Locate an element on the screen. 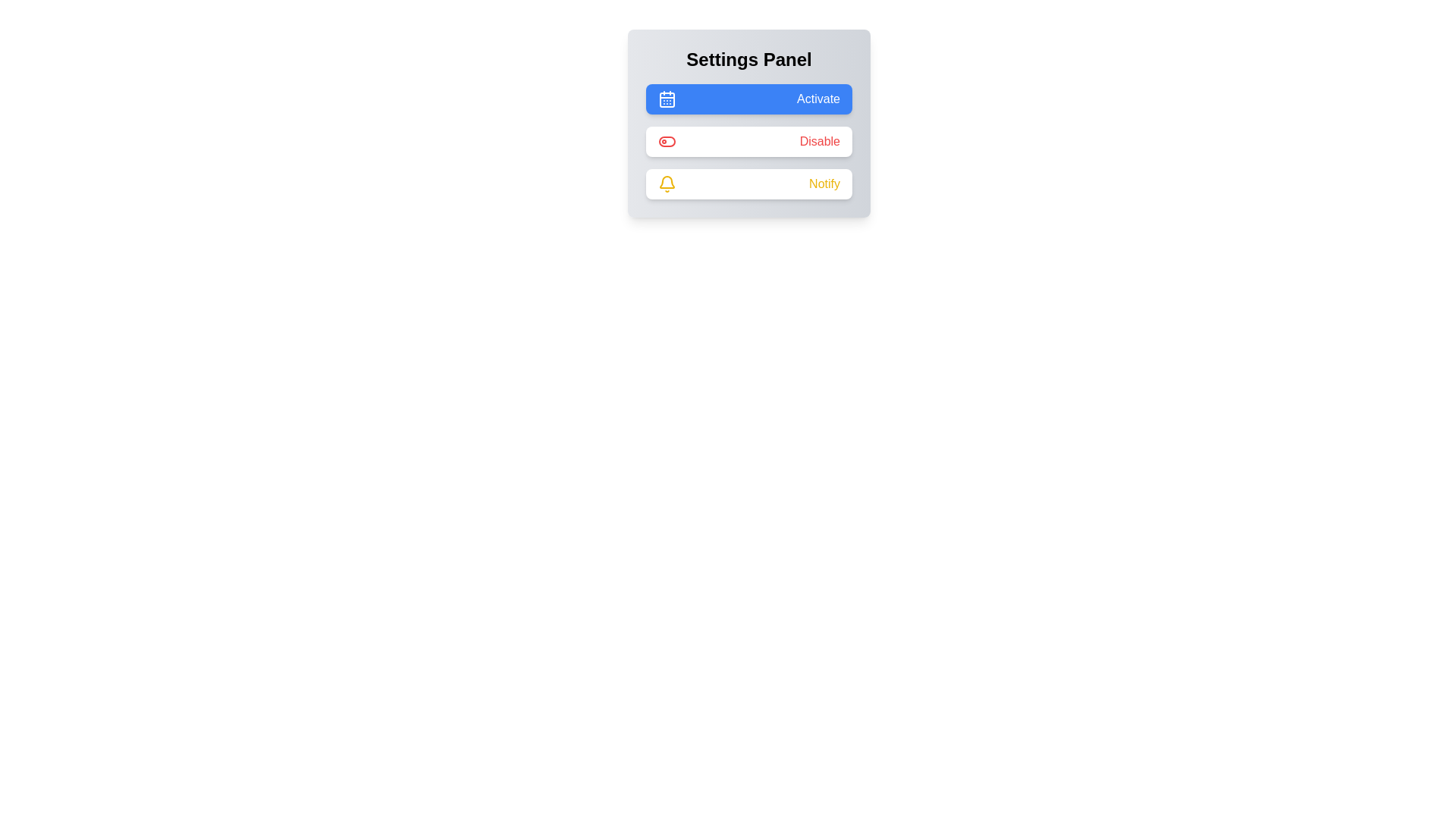 This screenshot has height=819, width=1456. the notification toggle button located in the settings panel, which is the third button in a vertical stack of three buttons, positioned below the 'Disable' button is located at coordinates (749, 184).